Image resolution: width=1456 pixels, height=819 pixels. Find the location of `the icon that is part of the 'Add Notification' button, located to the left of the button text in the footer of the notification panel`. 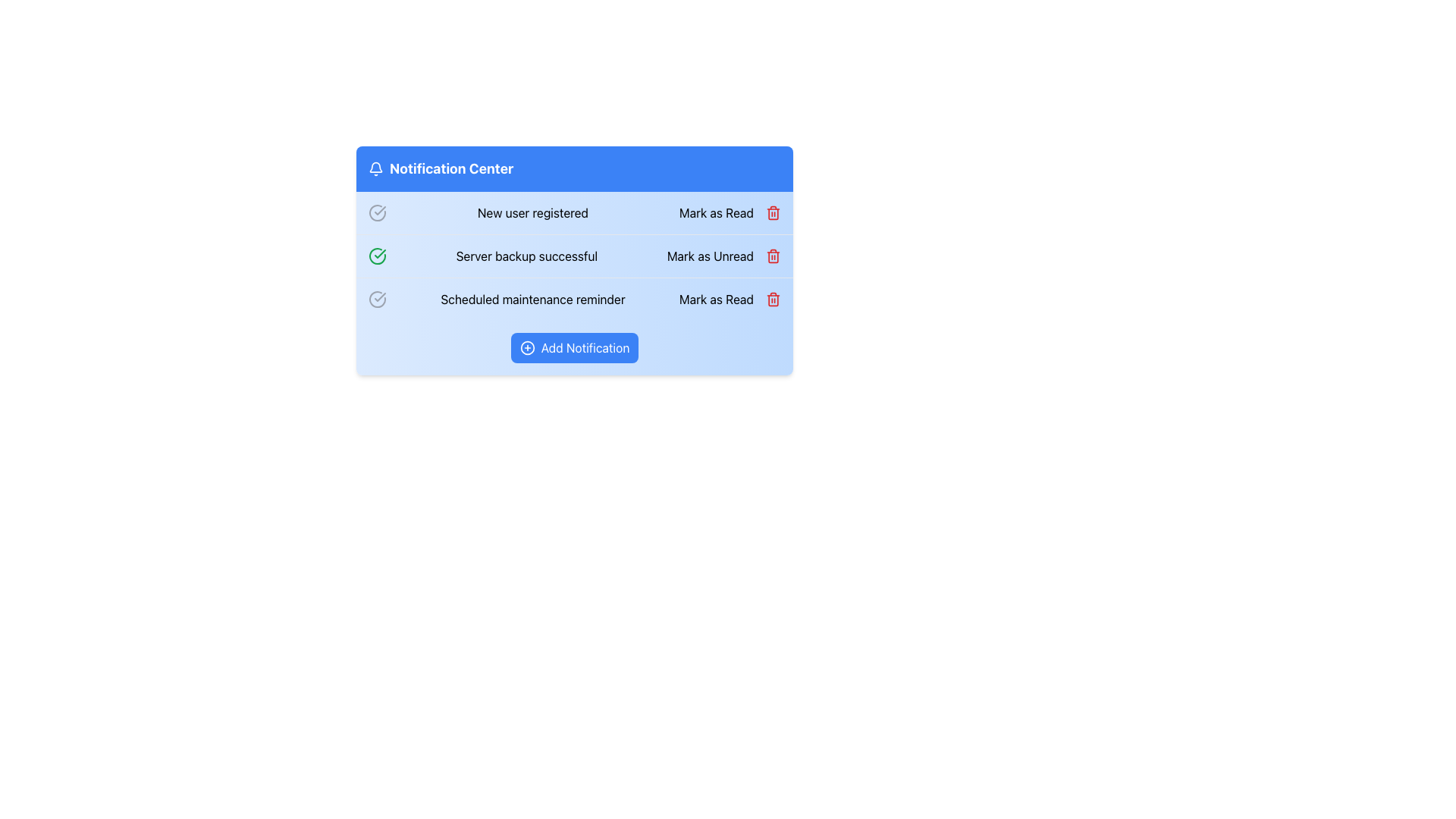

the icon that is part of the 'Add Notification' button, located to the left of the button text in the footer of the notification panel is located at coordinates (527, 348).